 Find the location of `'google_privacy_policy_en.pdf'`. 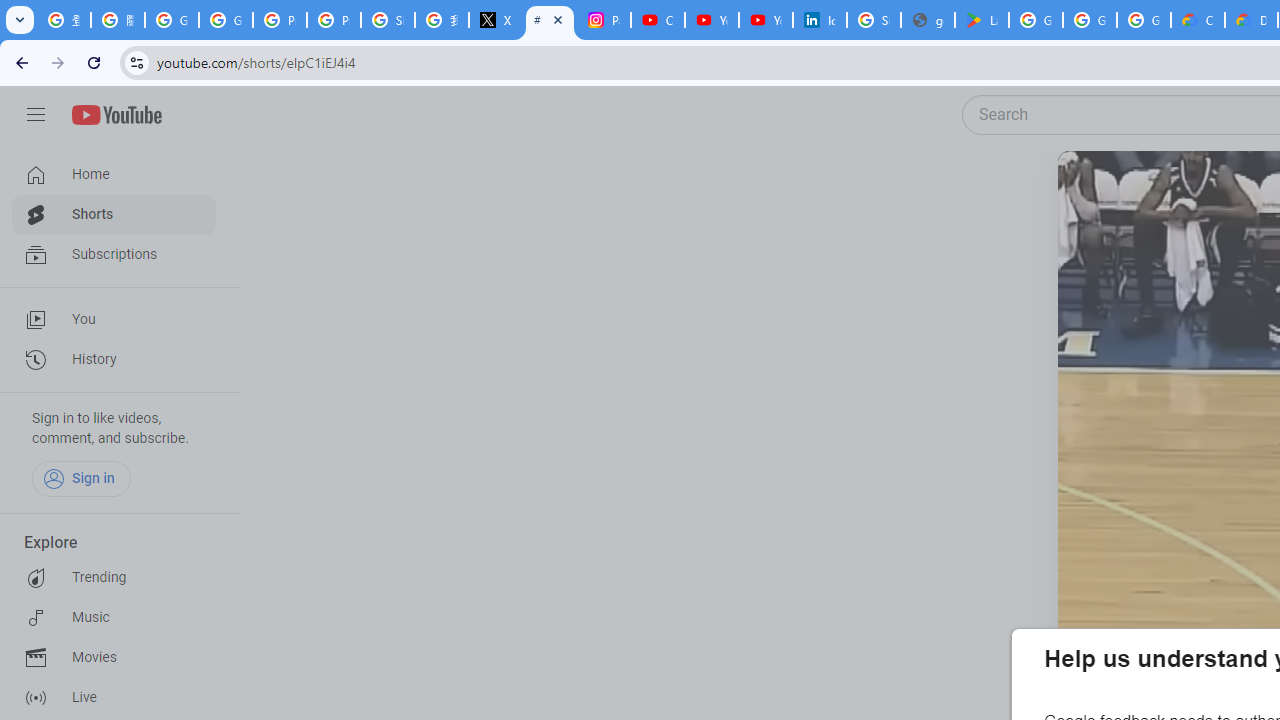

'google_privacy_policy_en.pdf' is located at coordinates (927, 20).